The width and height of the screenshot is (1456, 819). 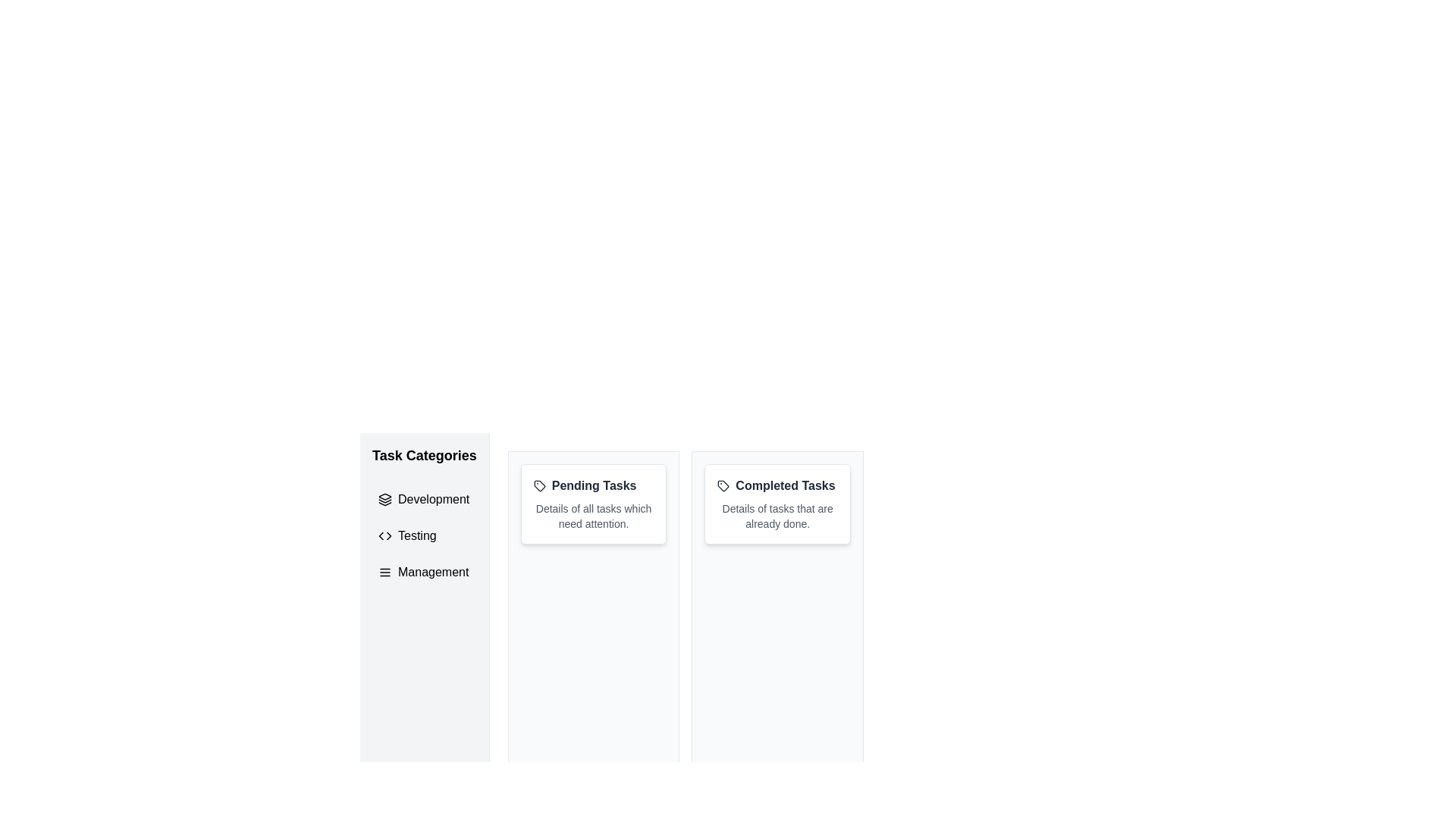 I want to click on text header with an icon that identifies the 'Completed Tasks' card, located in the rightmost card of three horizontally arranged cards, so click(x=777, y=485).